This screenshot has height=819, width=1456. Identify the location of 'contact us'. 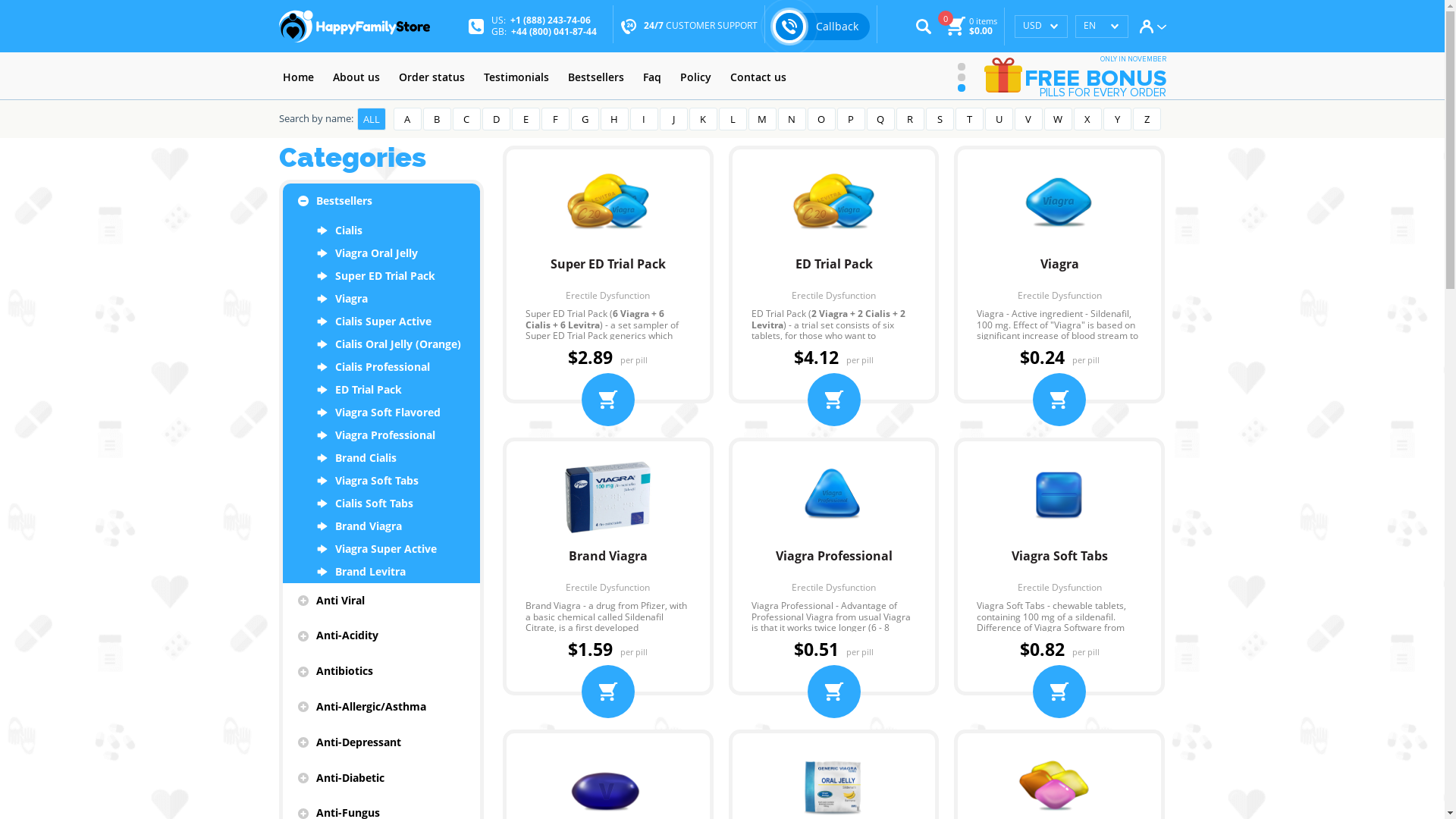
(726, 77).